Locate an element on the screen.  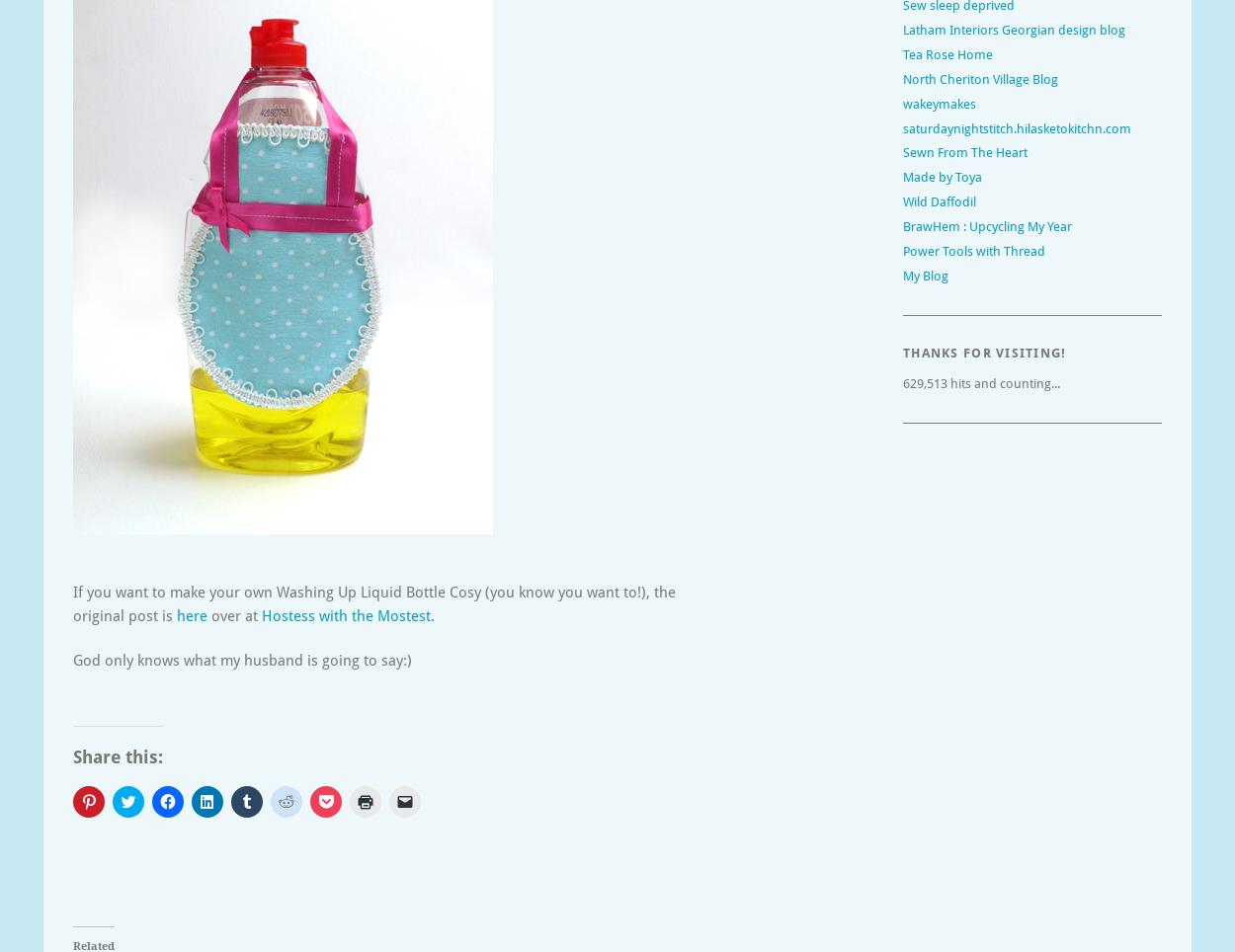
'Tea Rose Home' is located at coordinates (903, 53).